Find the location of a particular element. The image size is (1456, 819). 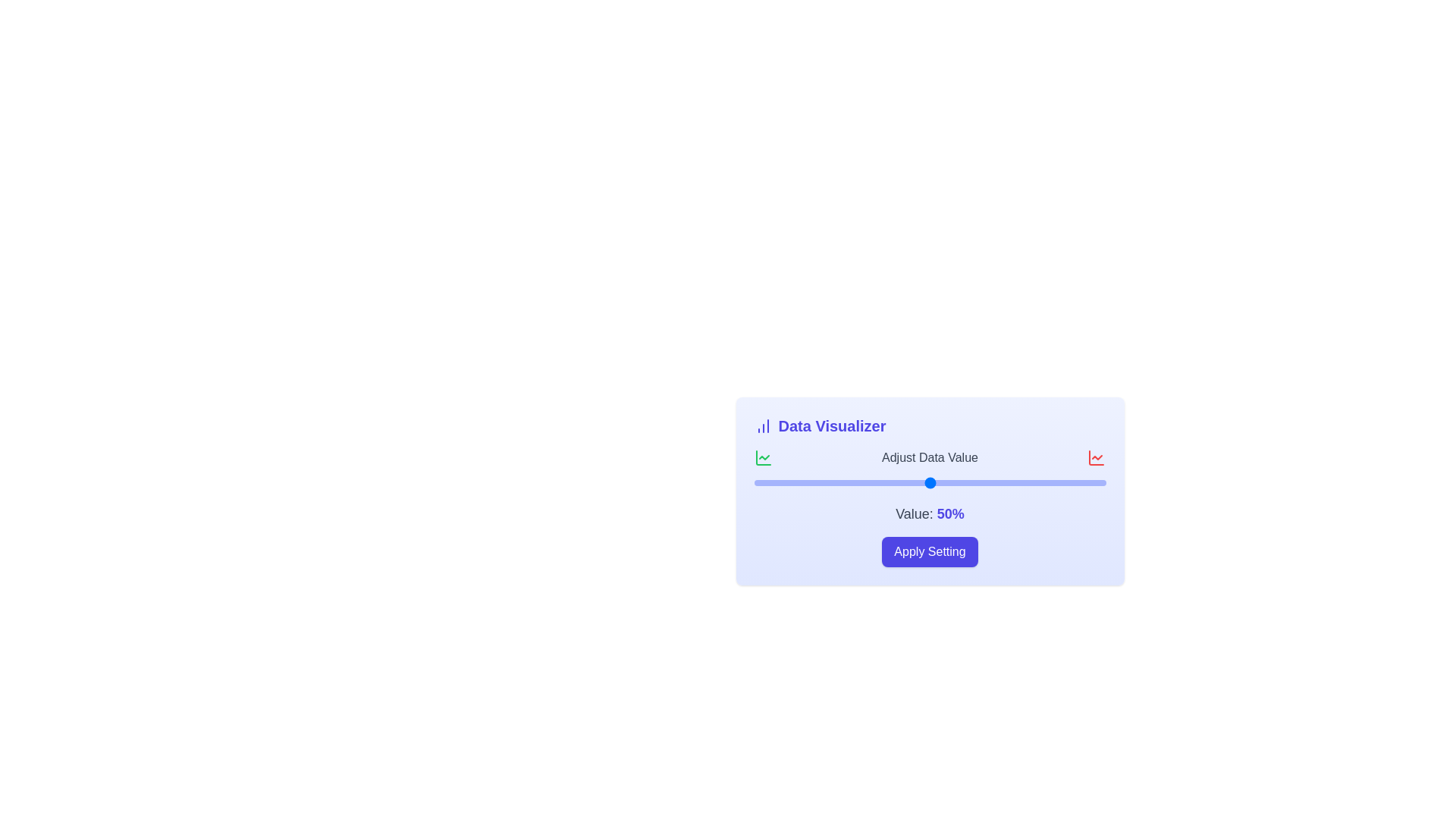

the slider value is located at coordinates (1049, 482).